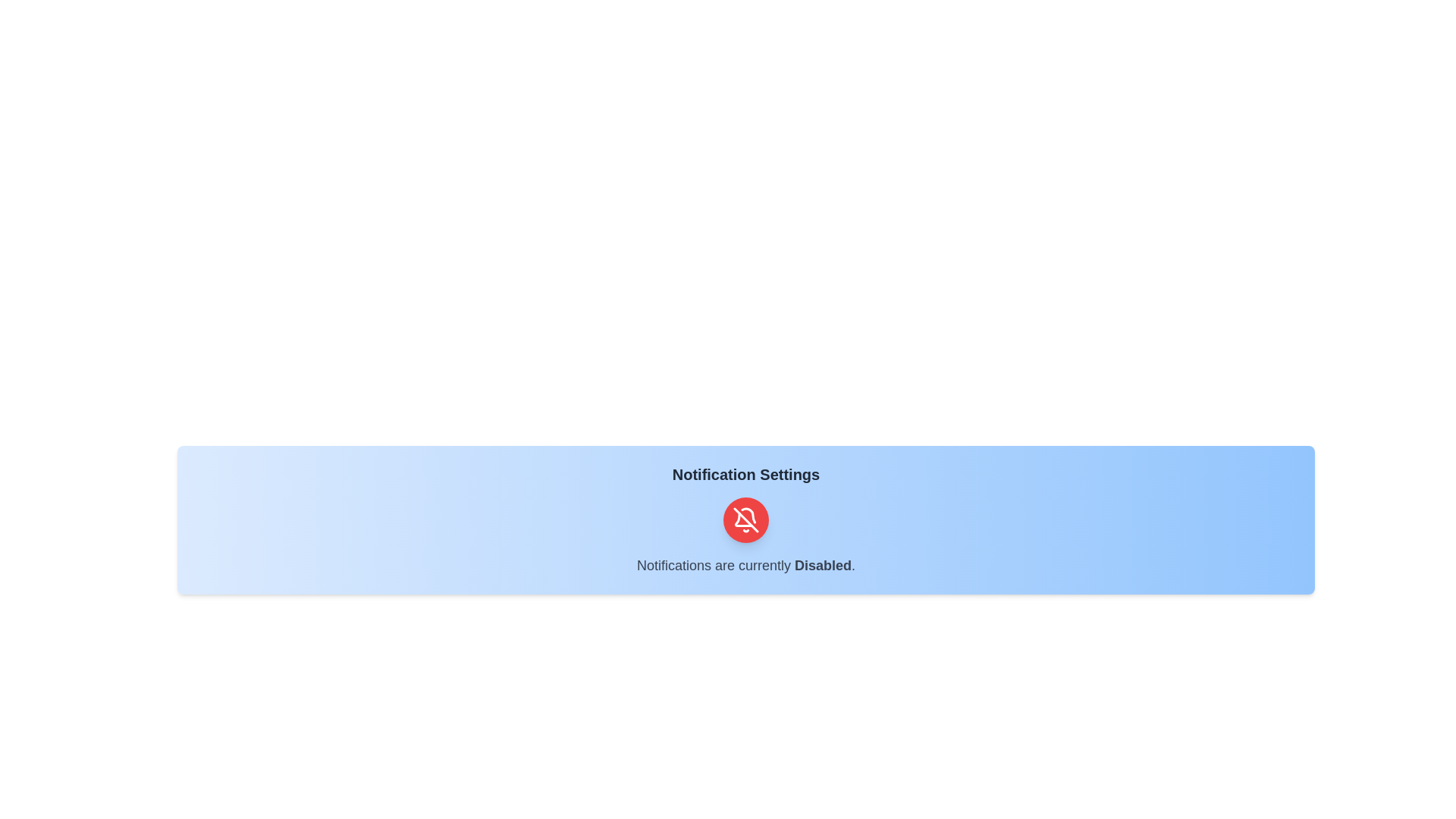  What do you see at coordinates (745, 519) in the screenshot?
I see `the toggle button to change the notification status` at bounding box center [745, 519].